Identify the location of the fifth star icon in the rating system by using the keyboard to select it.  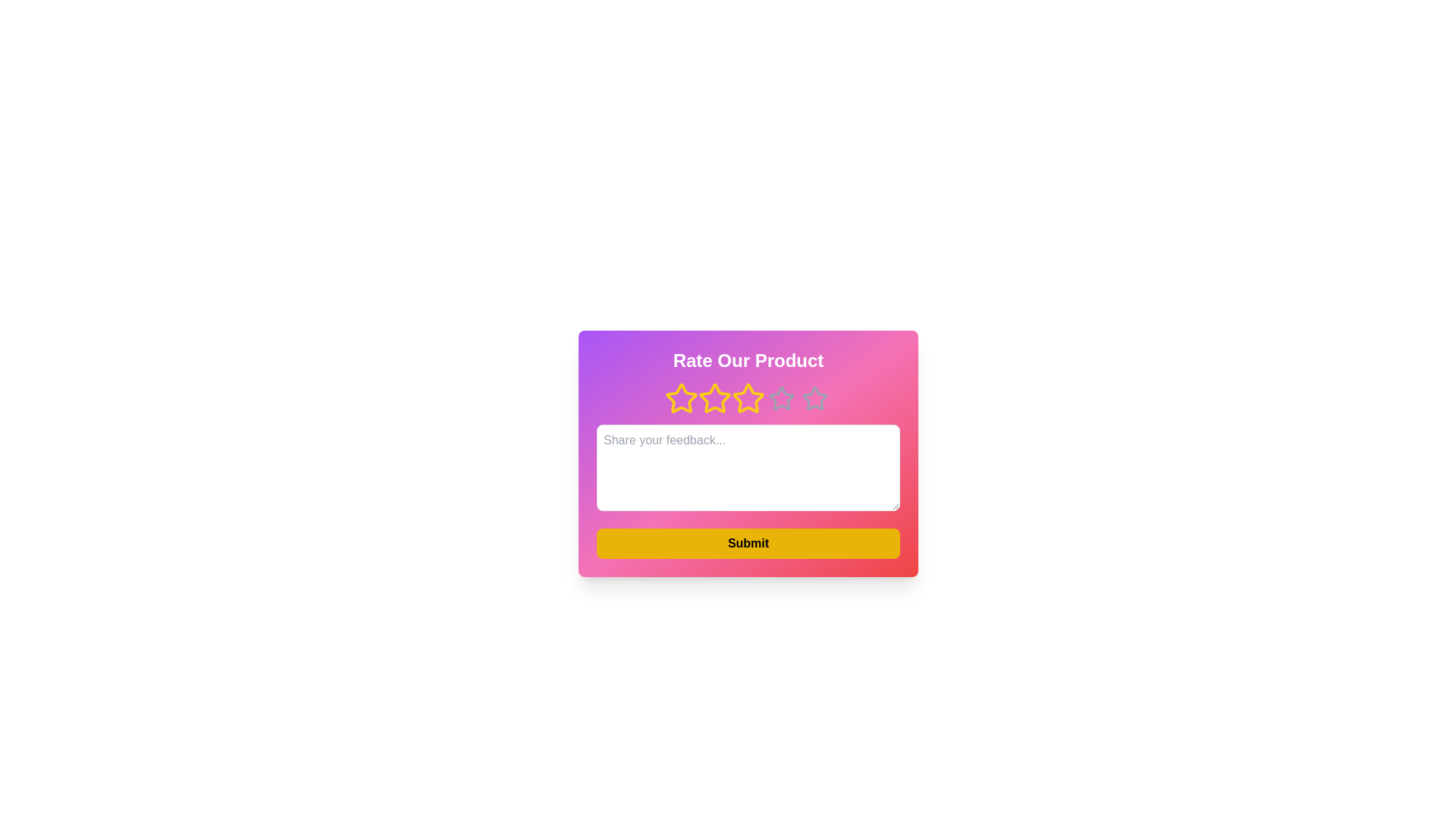
(814, 397).